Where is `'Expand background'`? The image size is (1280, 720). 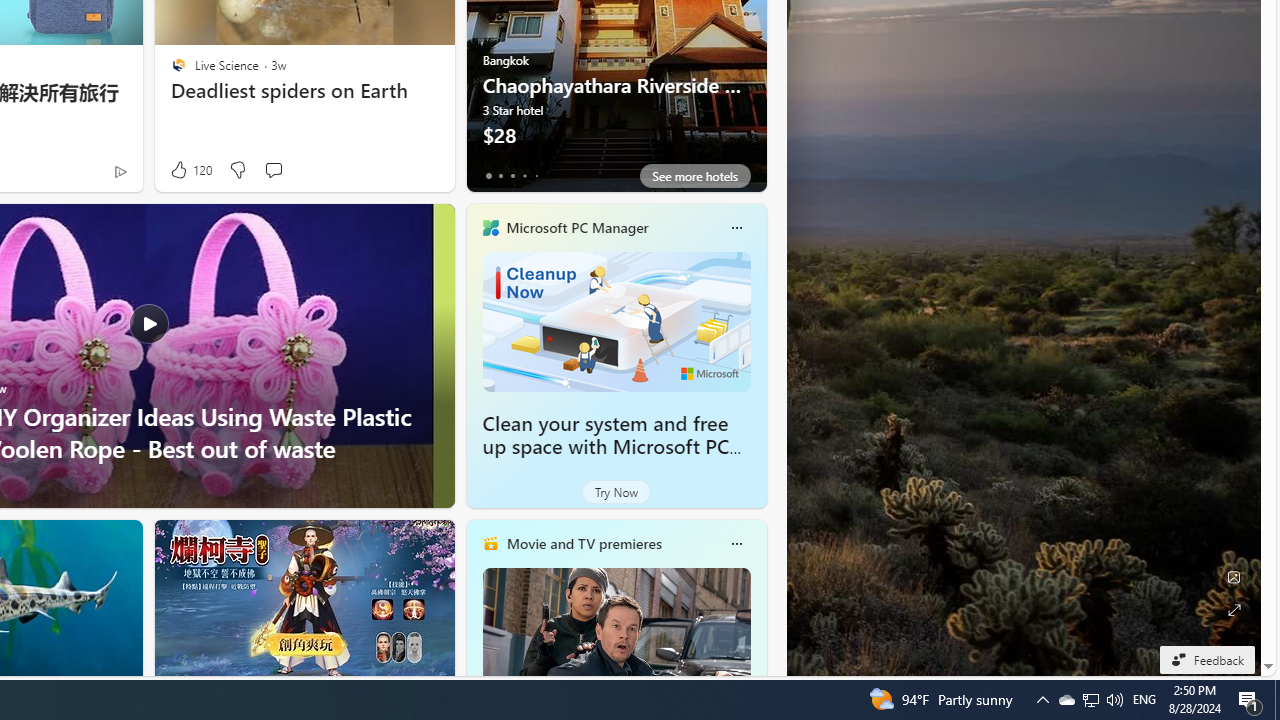
'Expand background' is located at coordinates (1232, 609).